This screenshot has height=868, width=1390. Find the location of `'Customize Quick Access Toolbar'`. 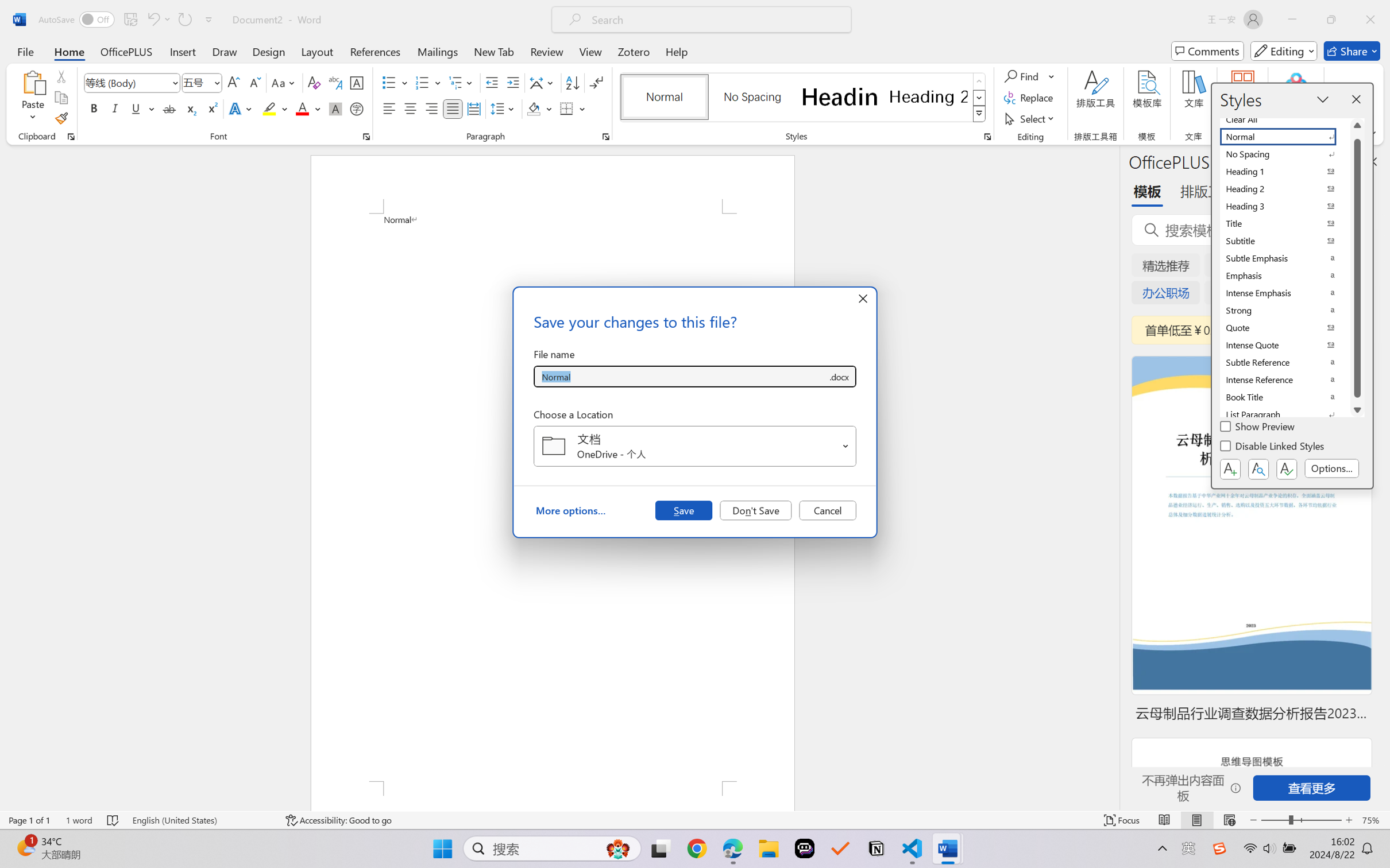

'Customize Quick Access Toolbar' is located at coordinates (208, 19).